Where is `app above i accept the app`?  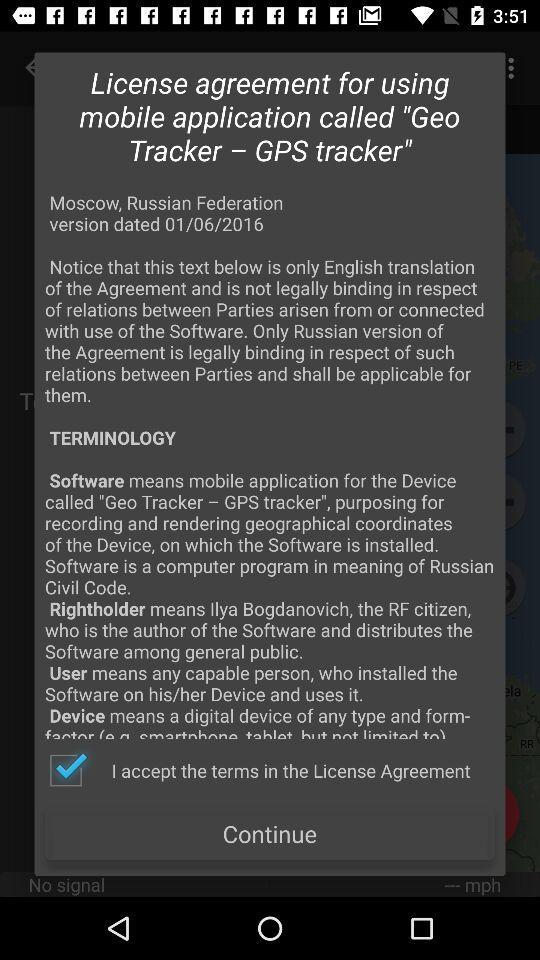
app above i accept the app is located at coordinates (270, 464).